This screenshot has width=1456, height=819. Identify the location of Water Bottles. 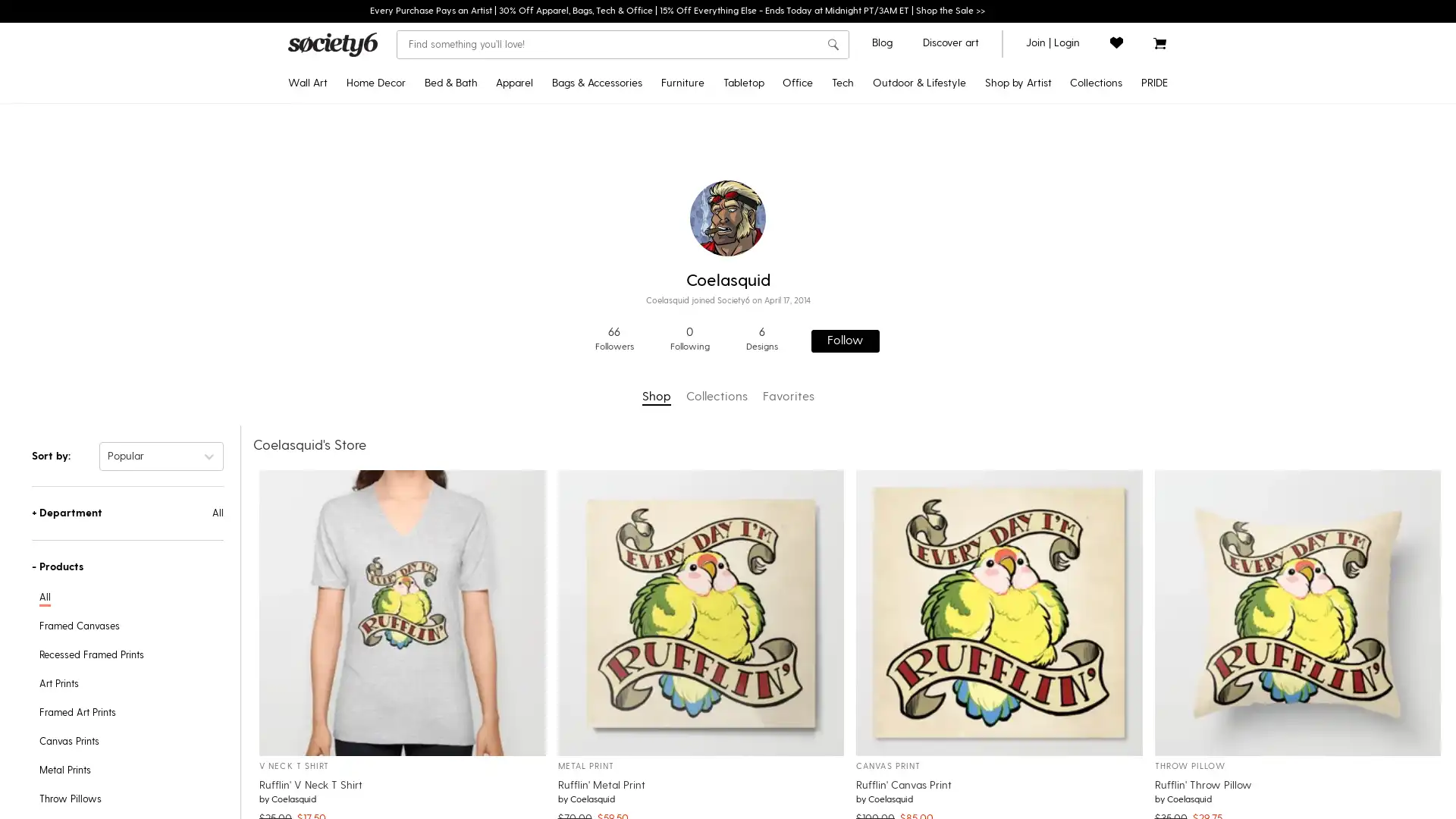
(771, 268).